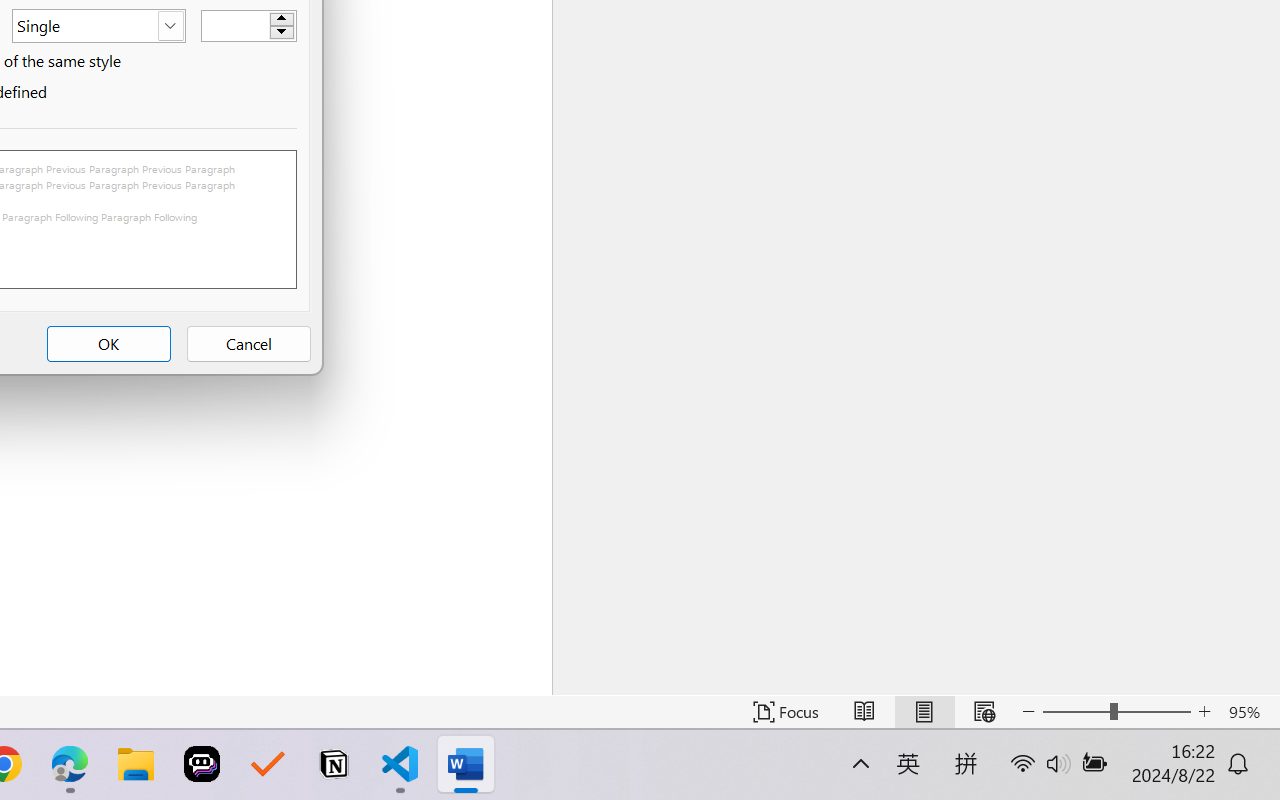  What do you see at coordinates (247, 344) in the screenshot?
I see `'Cancel'` at bounding box center [247, 344].